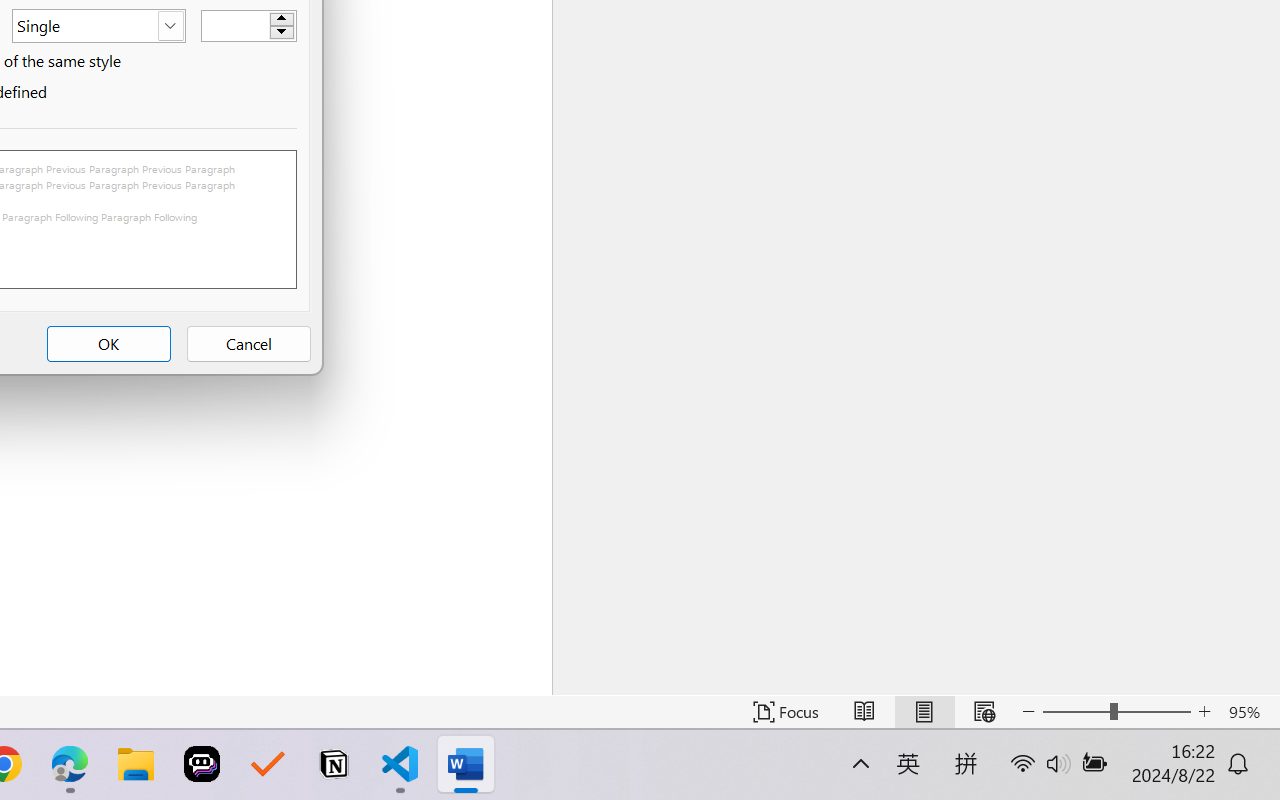  What do you see at coordinates (247, 344) in the screenshot?
I see `'Cancel'` at bounding box center [247, 344].